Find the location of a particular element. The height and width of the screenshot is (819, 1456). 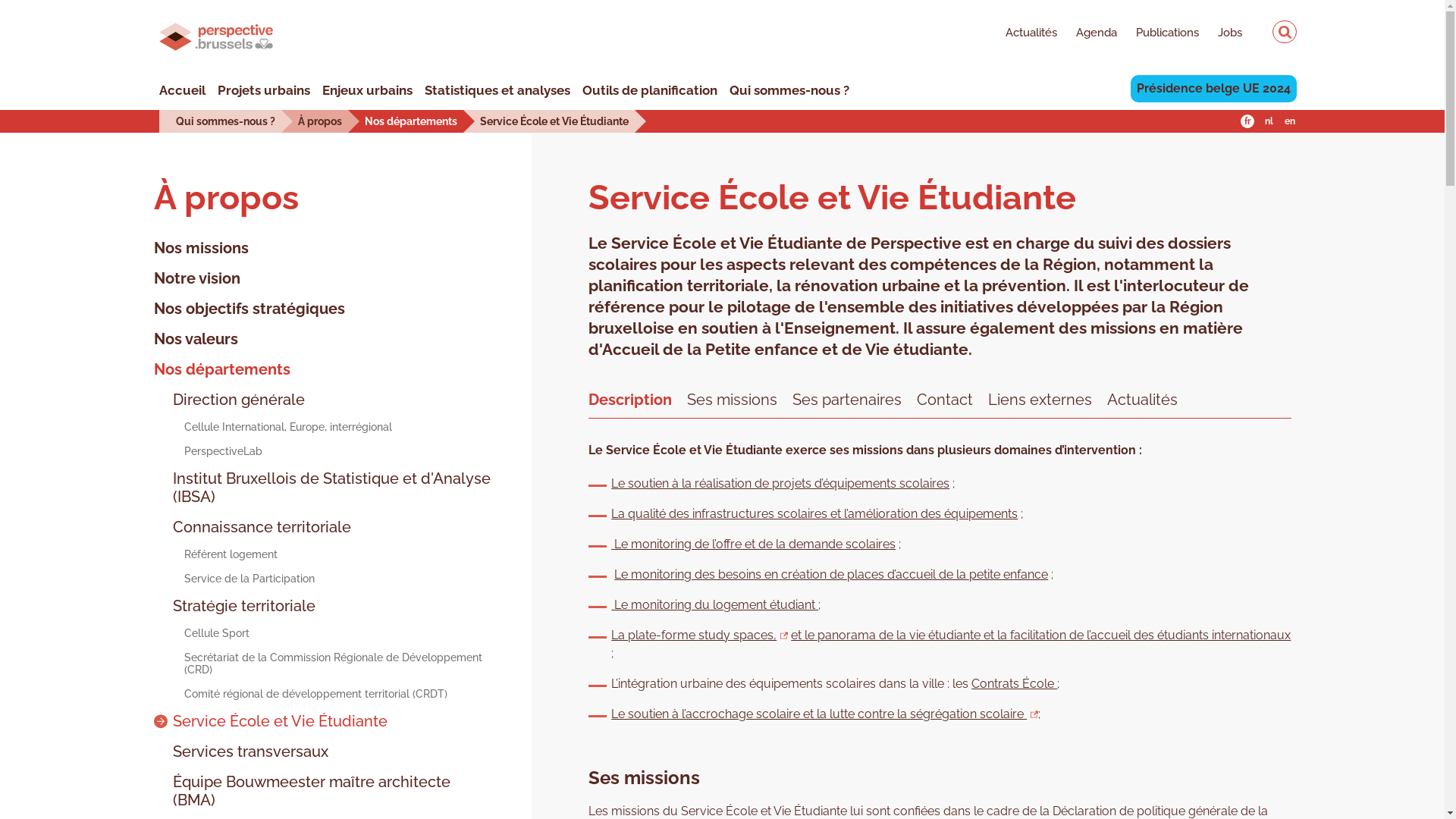

'Enjeux urbains' is located at coordinates (367, 90).